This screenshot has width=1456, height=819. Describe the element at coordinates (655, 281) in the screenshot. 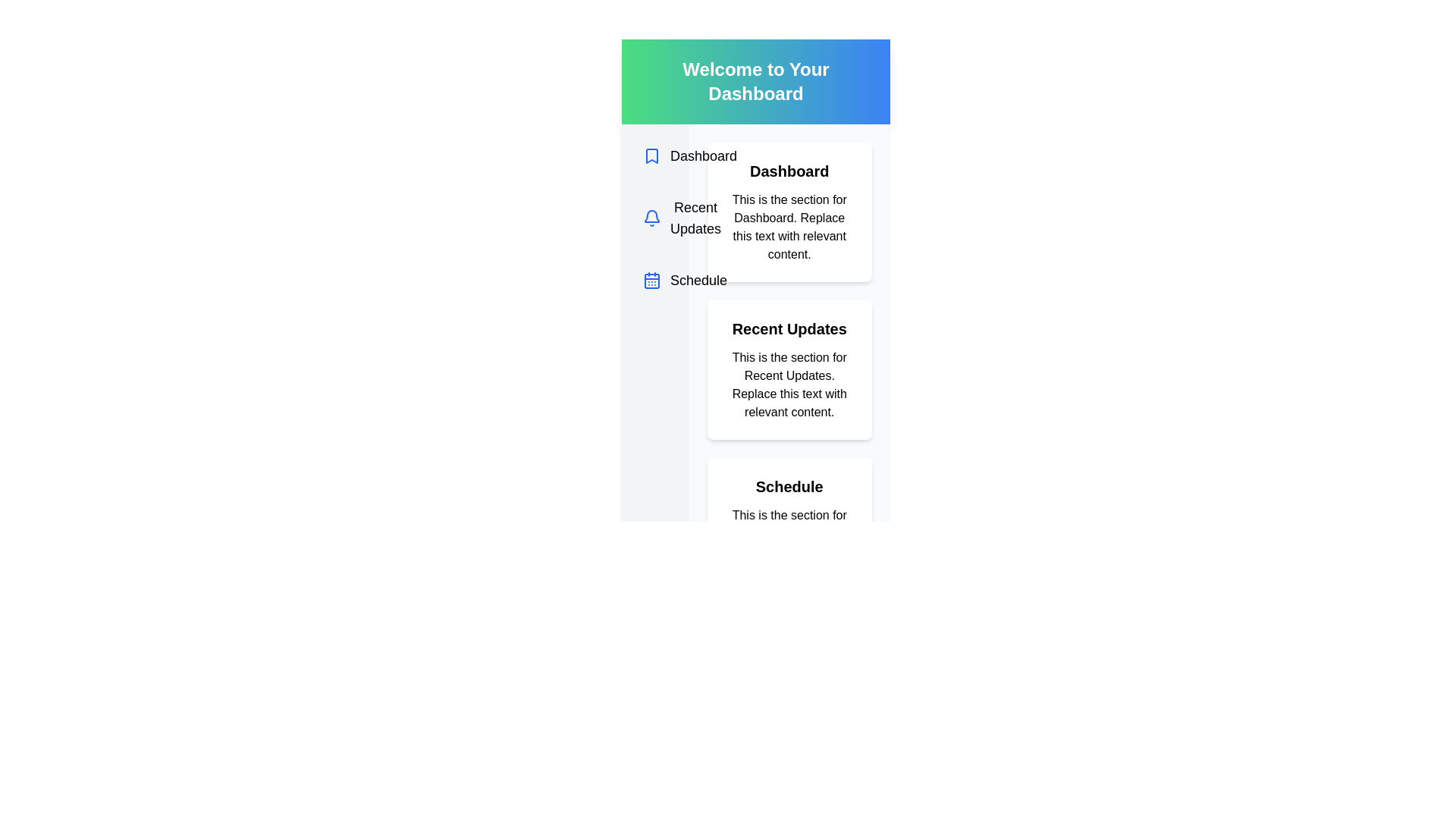

I see `the third icon in the vertical navigation menu that signifies the 'Schedule' section, located in the left-hand sidebar` at that location.